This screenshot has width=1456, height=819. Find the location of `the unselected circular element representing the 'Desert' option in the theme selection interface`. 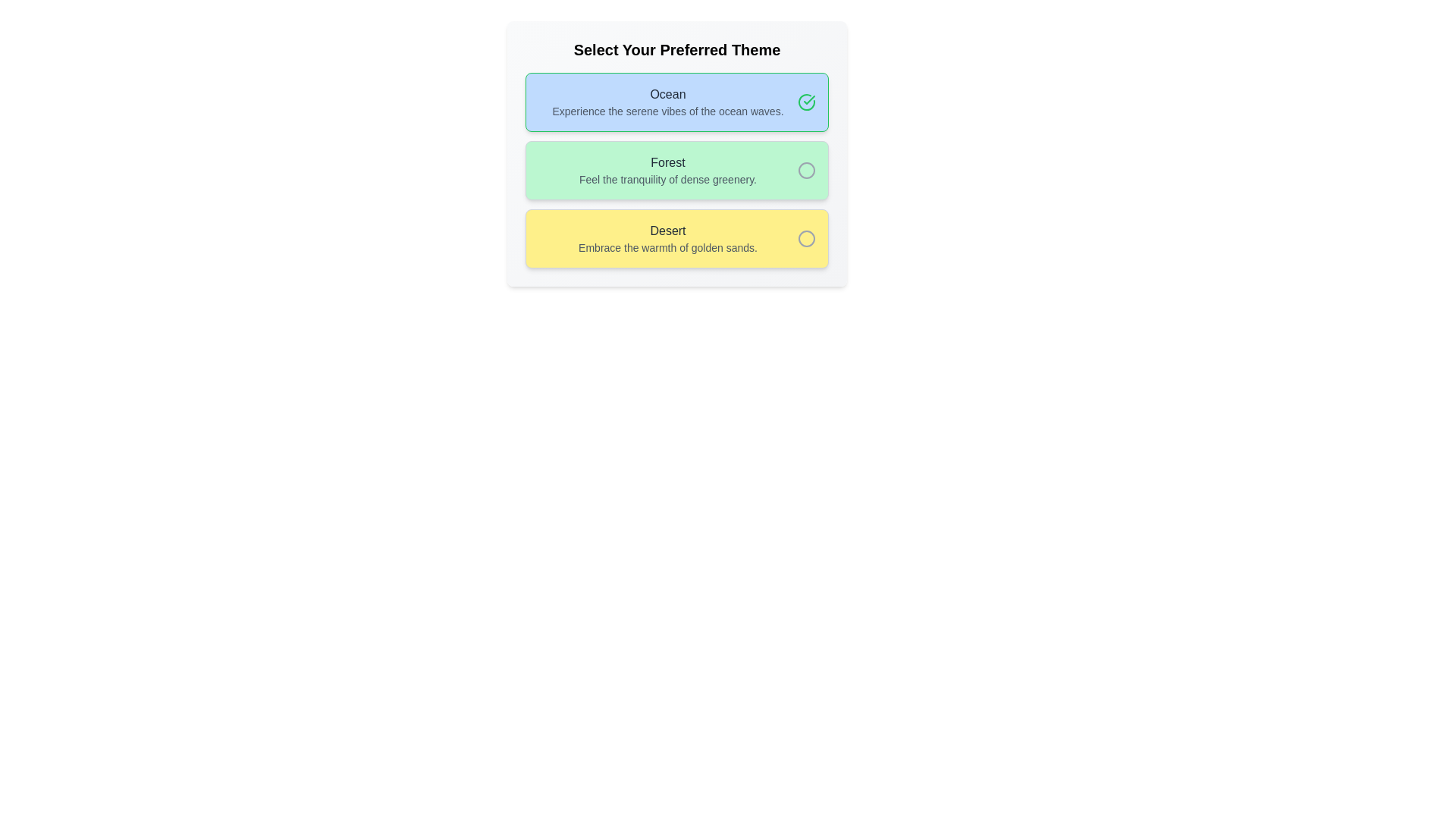

the unselected circular element representing the 'Desert' option in the theme selection interface is located at coordinates (806, 239).